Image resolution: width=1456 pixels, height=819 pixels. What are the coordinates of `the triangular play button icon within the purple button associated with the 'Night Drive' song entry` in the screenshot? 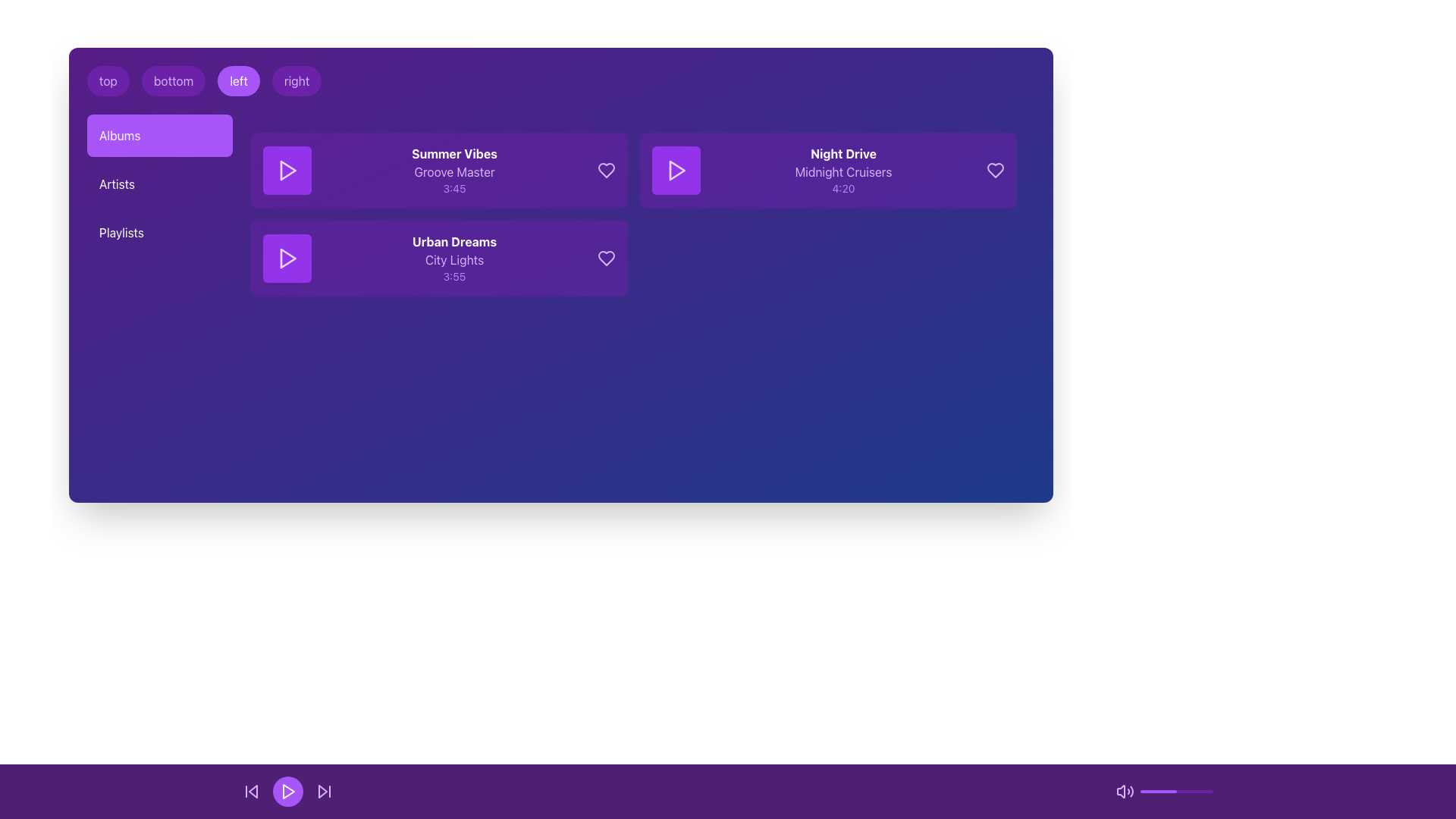 It's located at (676, 170).